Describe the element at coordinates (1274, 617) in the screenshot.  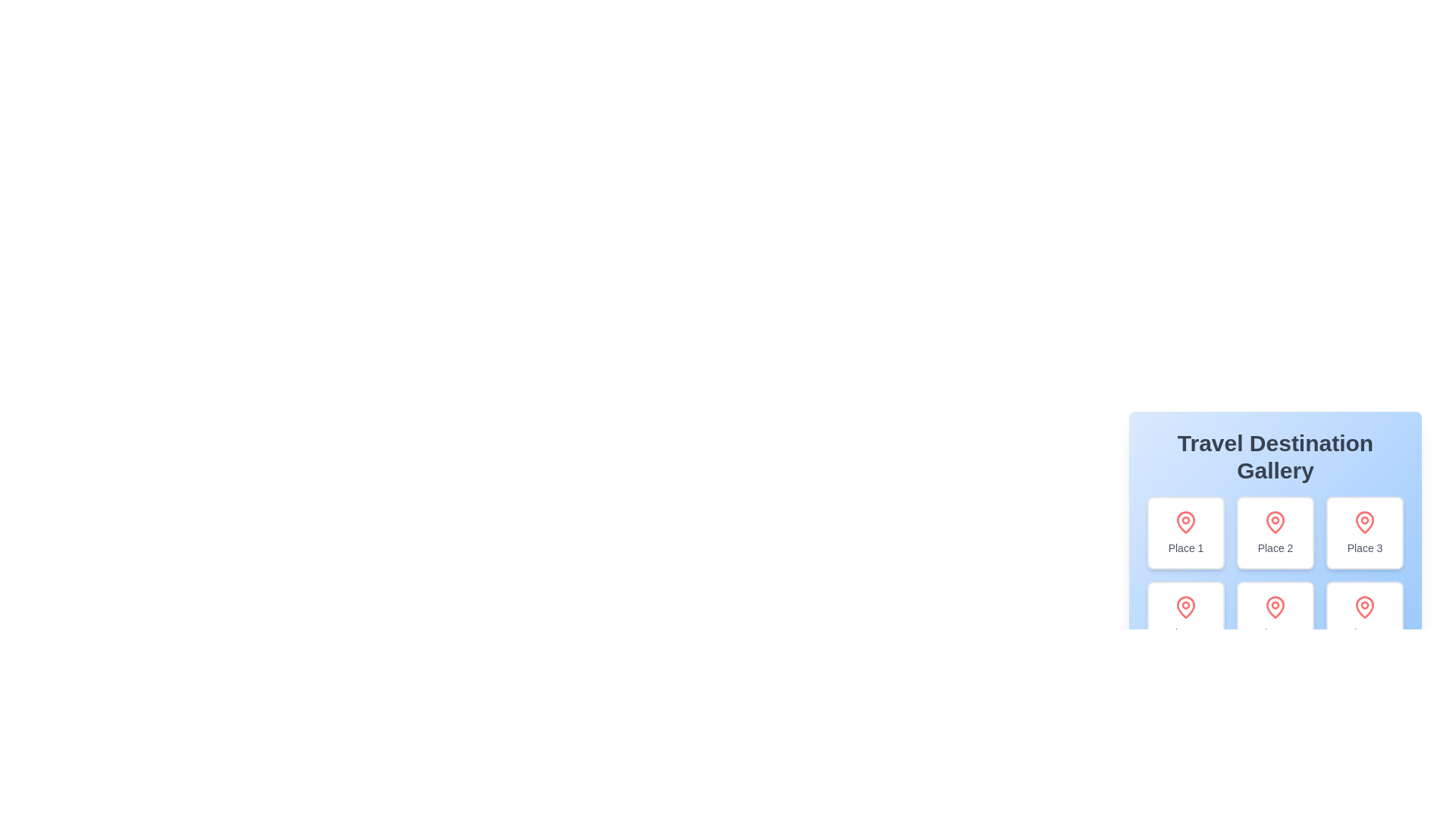
I see `the 'Place 5' card located in the center column of the second row in the 'Travel Destination Gallery'` at that location.